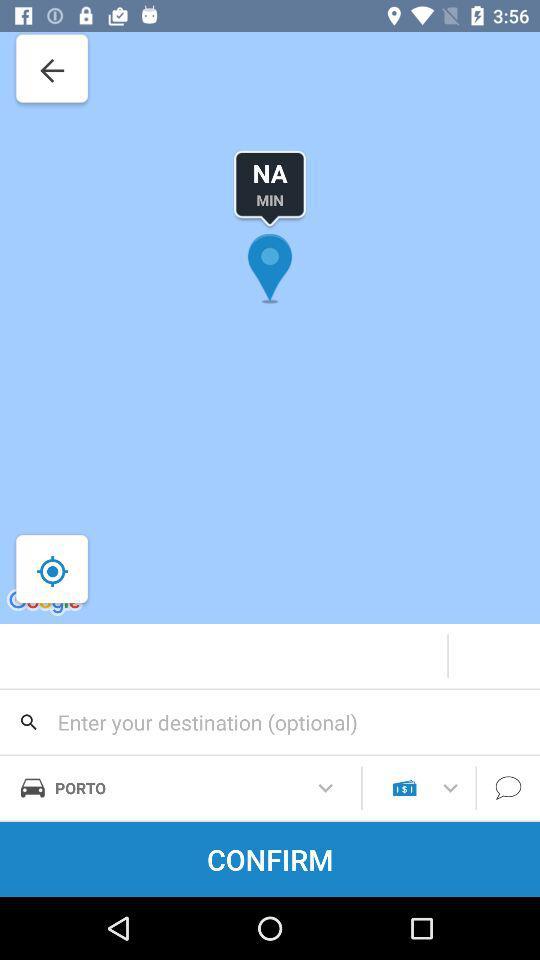  What do you see at coordinates (52, 571) in the screenshot?
I see `the location_crosshair icon` at bounding box center [52, 571].